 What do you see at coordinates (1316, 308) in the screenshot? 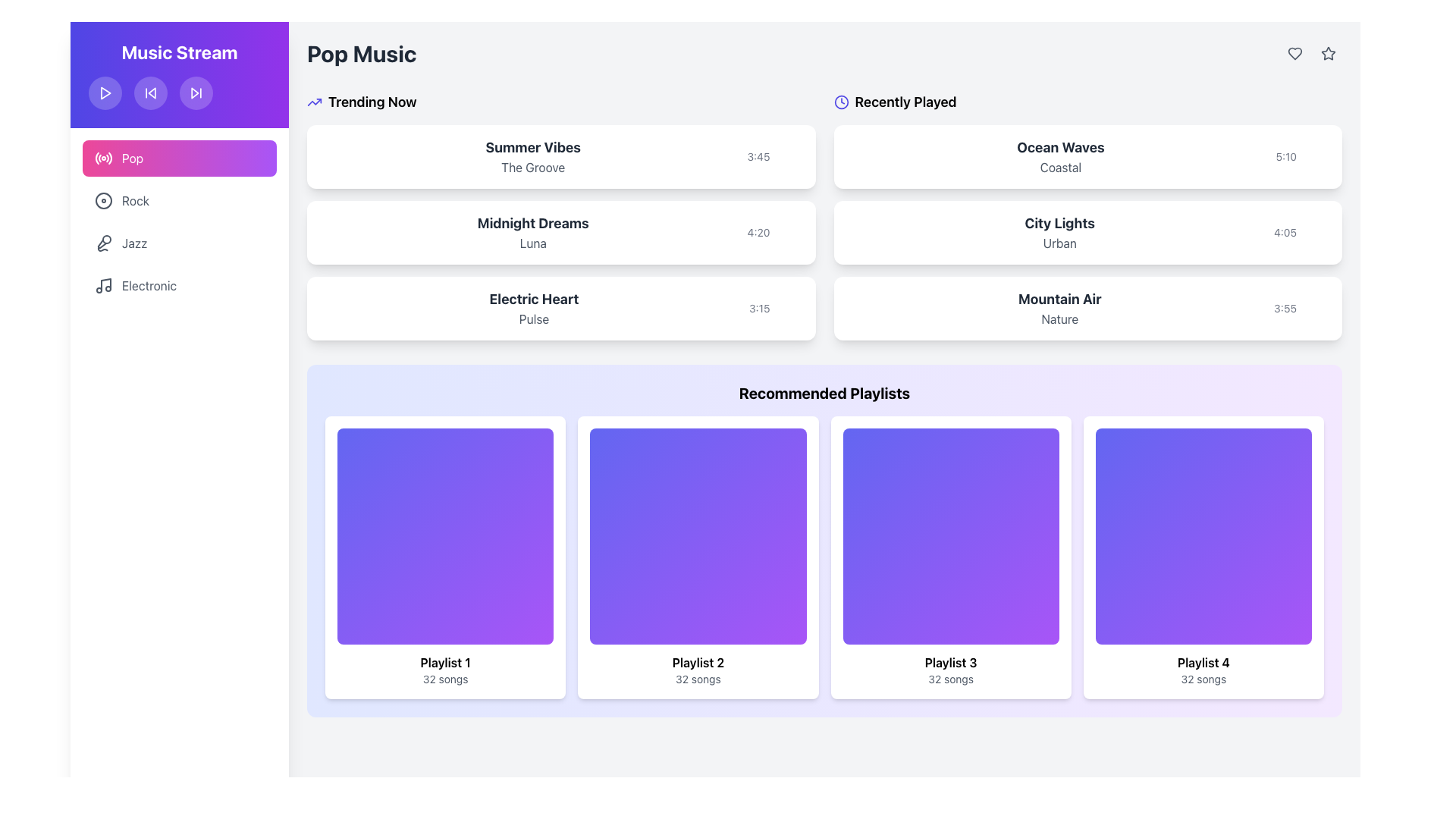
I see `the play button for the 'Mountain Air' song, located at the far right of the song entry next to the '3:55' time indicator` at bounding box center [1316, 308].